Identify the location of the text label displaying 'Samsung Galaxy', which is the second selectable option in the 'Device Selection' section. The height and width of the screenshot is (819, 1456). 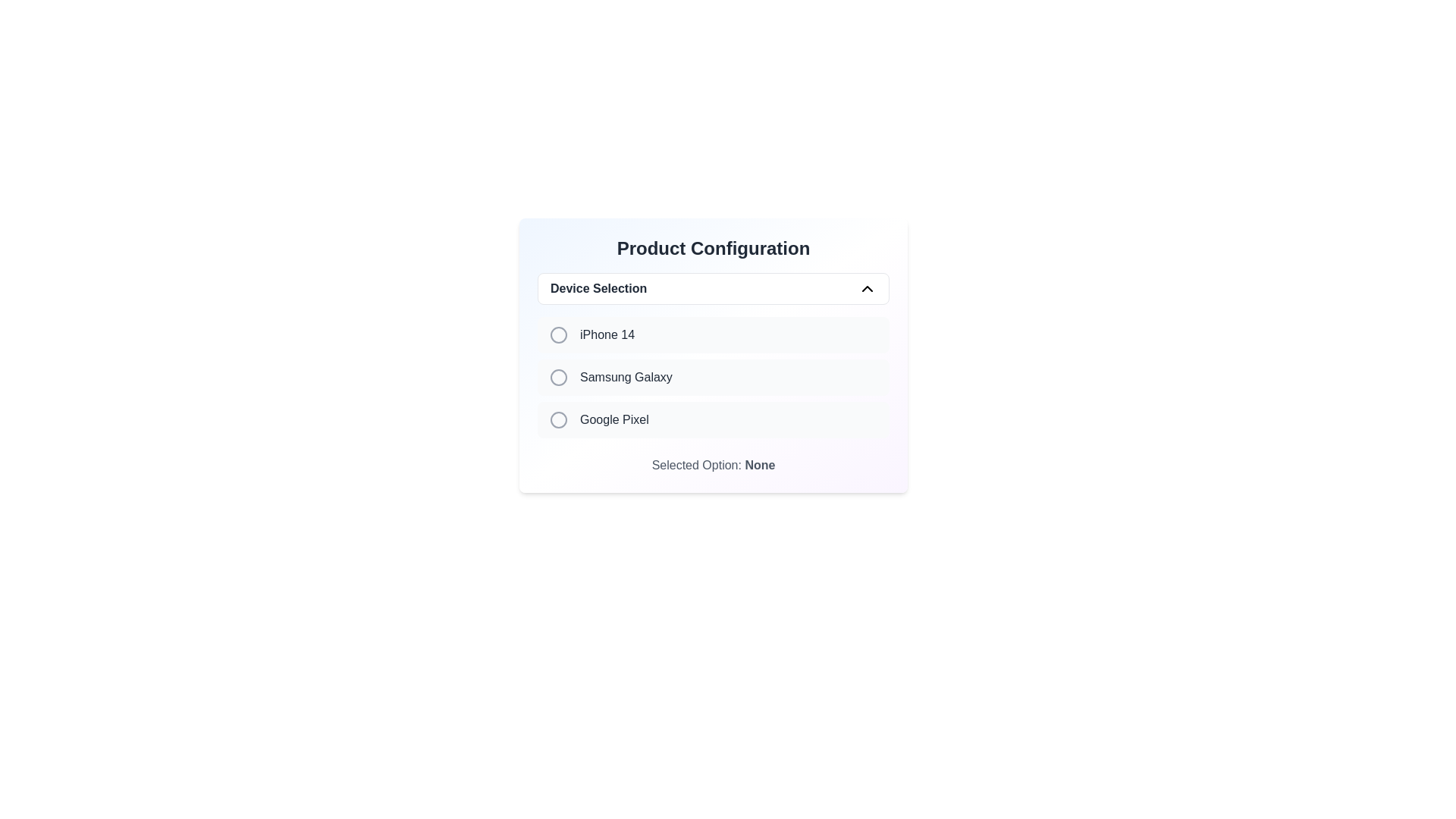
(626, 376).